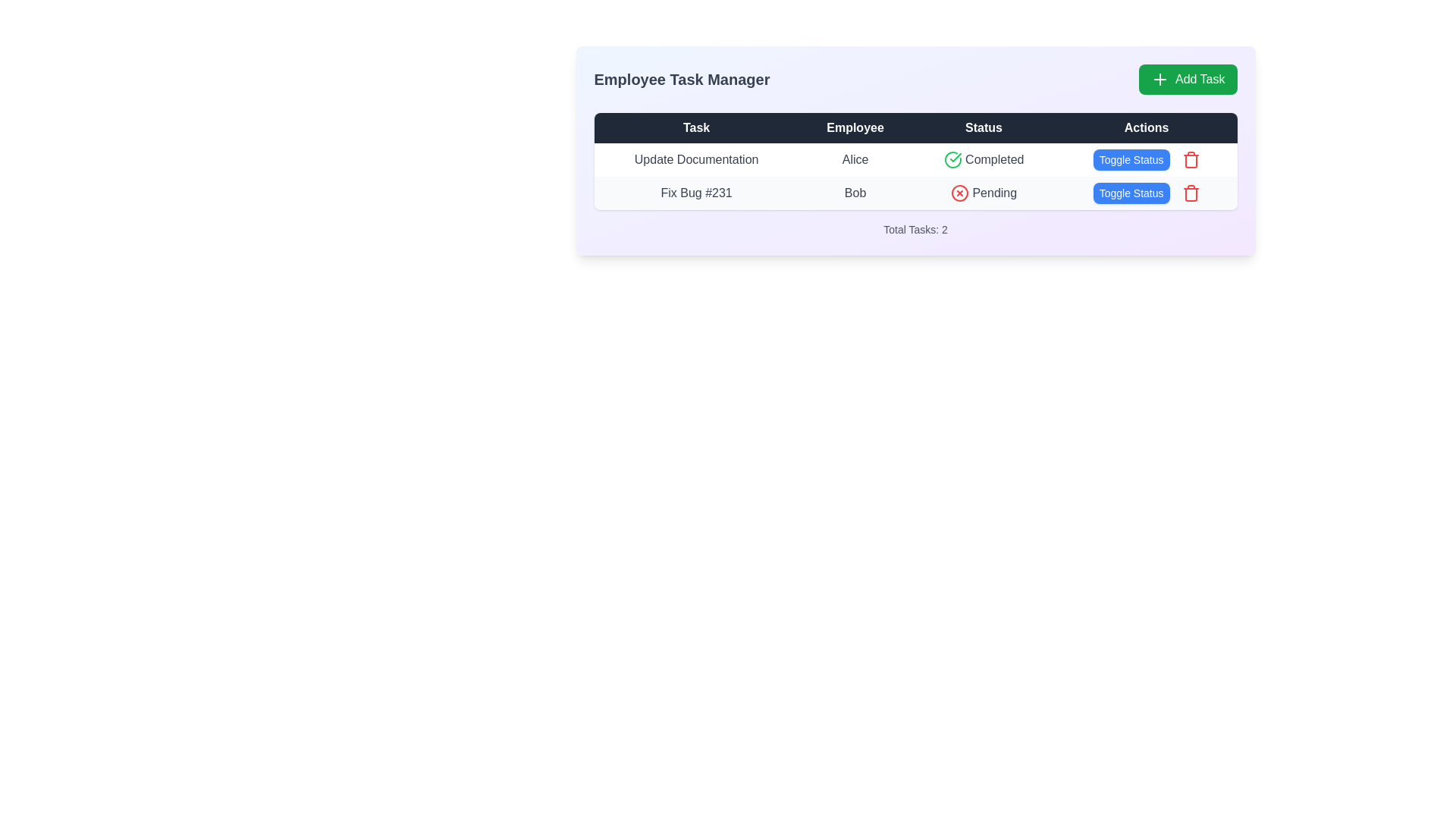 The height and width of the screenshot is (819, 1456). What do you see at coordinates (1159, 79) in the screenshot?
I see `the plus icon with a green background and white borders located in the top-right corner of the application` at bounding box center [1159, 79].